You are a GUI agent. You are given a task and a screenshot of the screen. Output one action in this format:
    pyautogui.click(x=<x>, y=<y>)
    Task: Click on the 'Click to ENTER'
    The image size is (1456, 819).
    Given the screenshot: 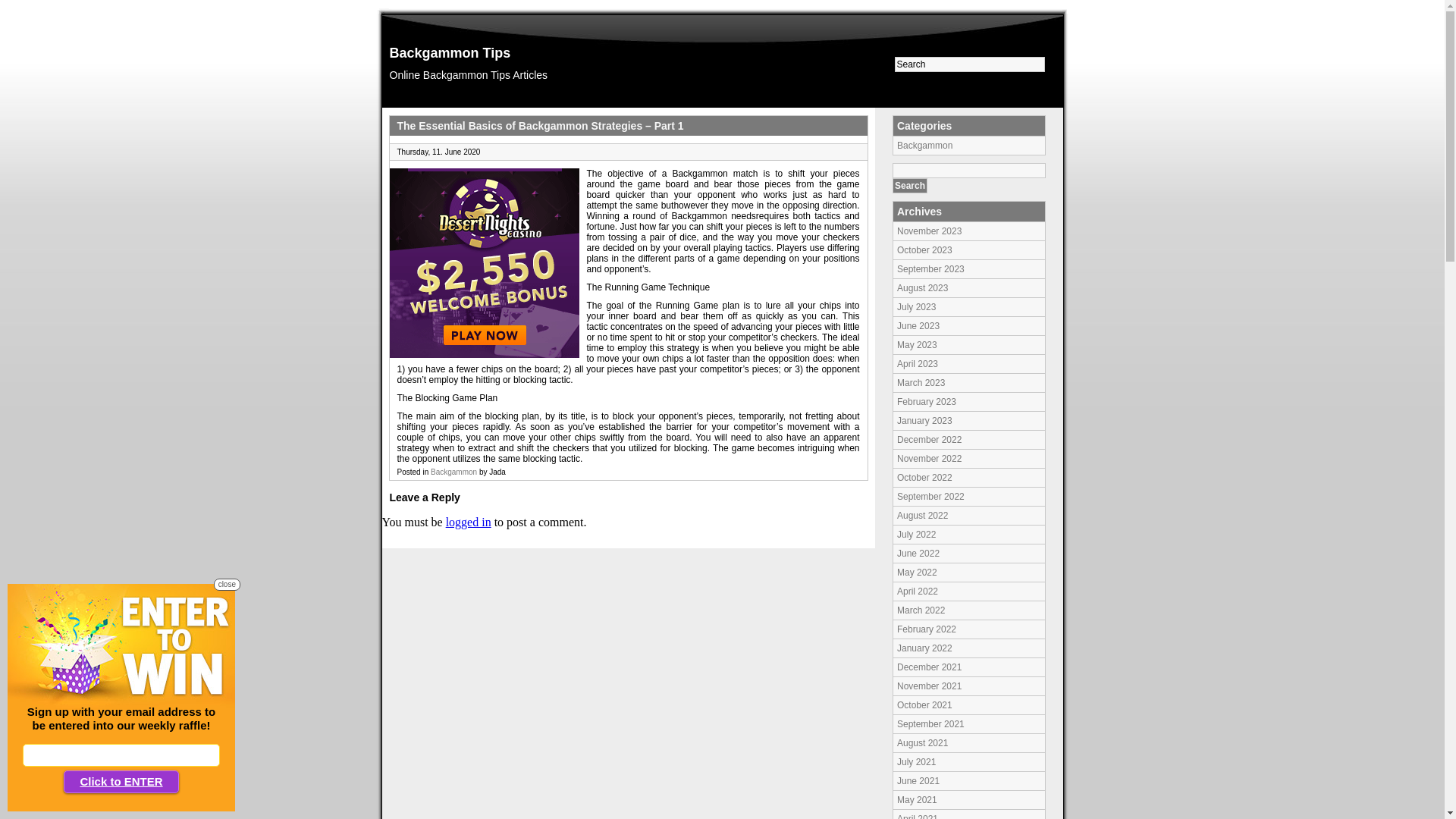 What is the action you would take?
    pyautogui.click(x=120, y=781)
    